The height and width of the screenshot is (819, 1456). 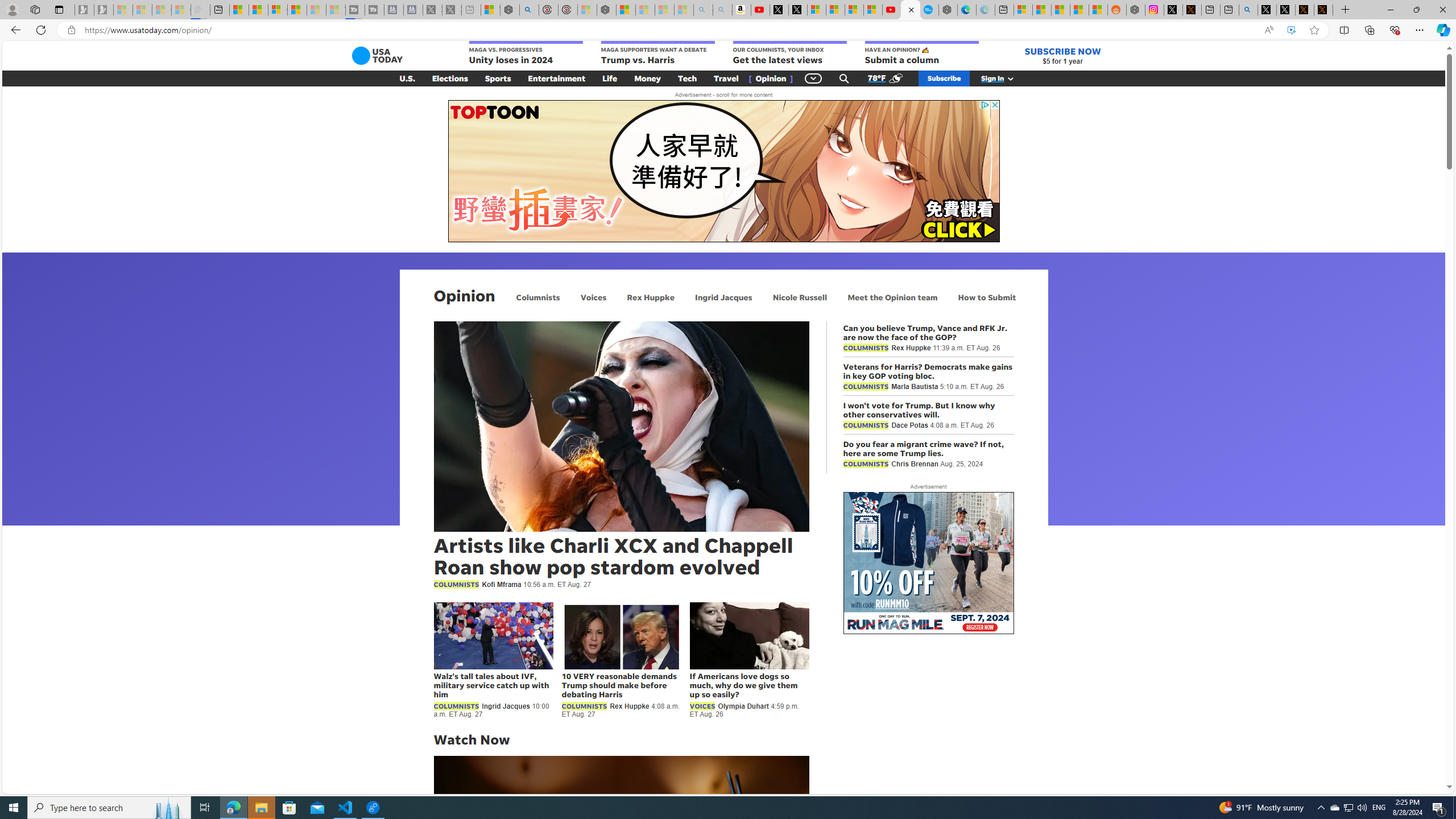 I want to click on 'amazon - Search - Sleeping', so click(x=702, y=9).